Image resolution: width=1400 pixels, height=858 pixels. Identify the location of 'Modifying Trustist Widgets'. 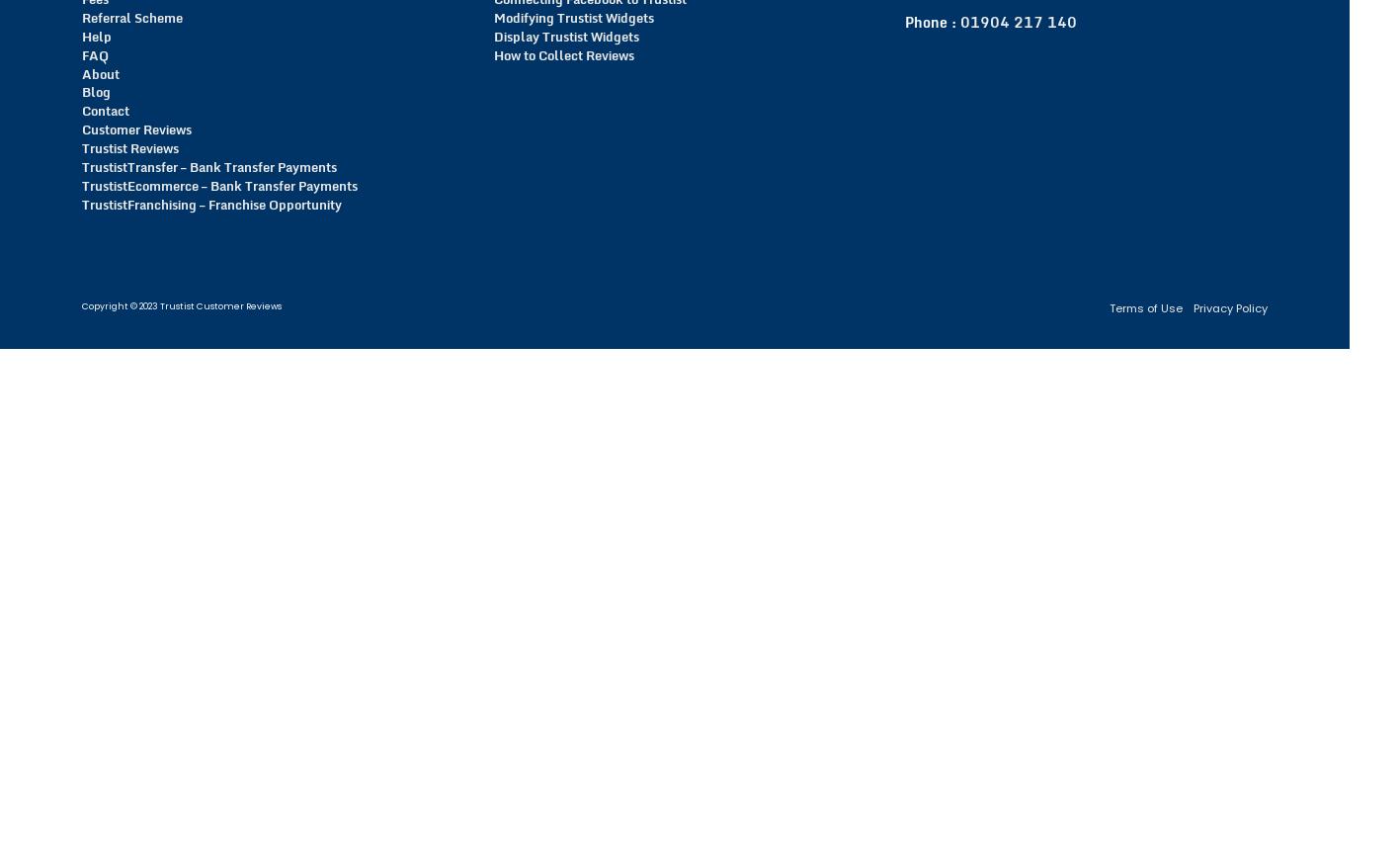
(572, 17).